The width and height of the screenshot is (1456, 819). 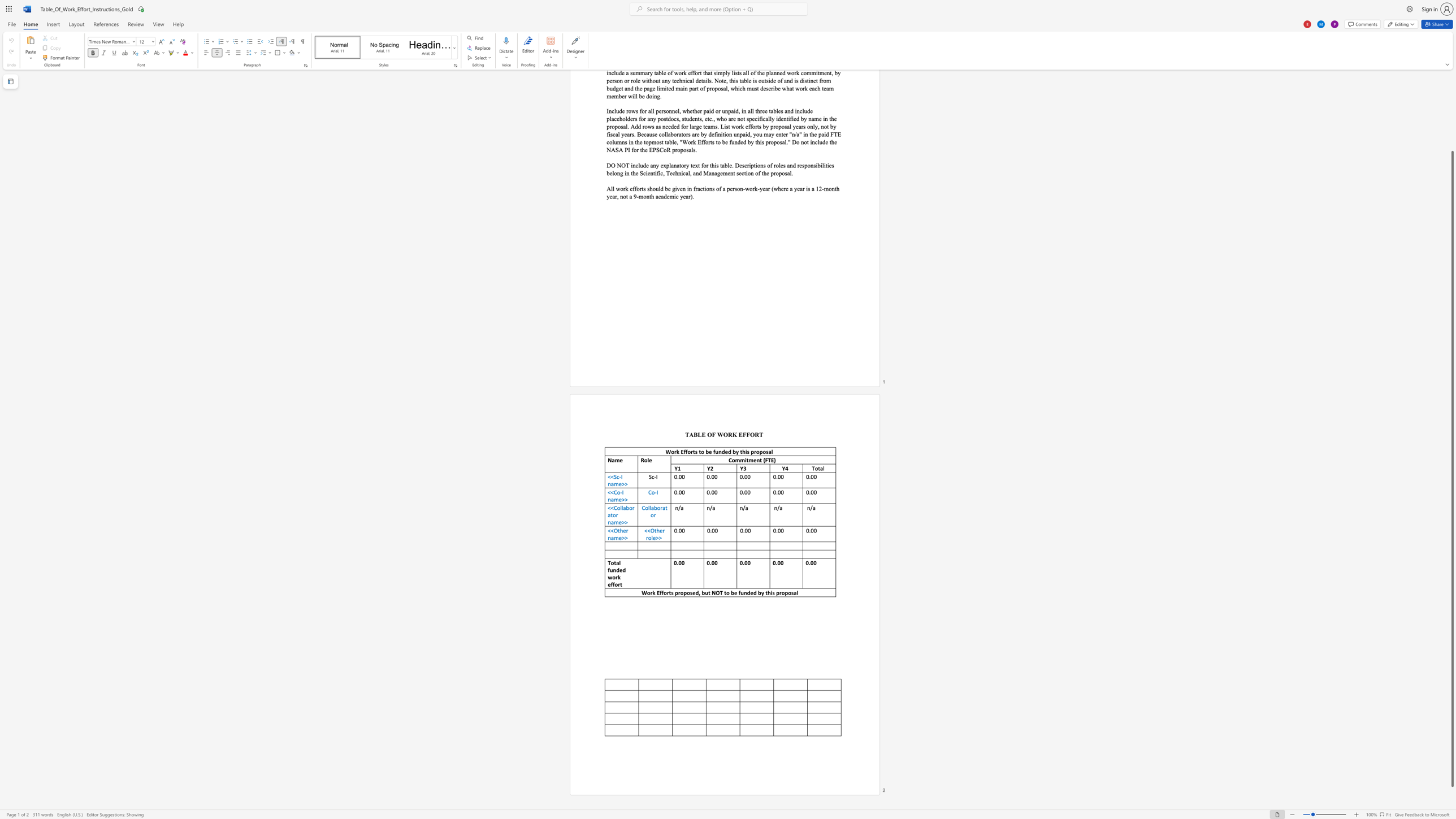 I want to click on the scrollbar on the side, so click(x=1451, y=140).